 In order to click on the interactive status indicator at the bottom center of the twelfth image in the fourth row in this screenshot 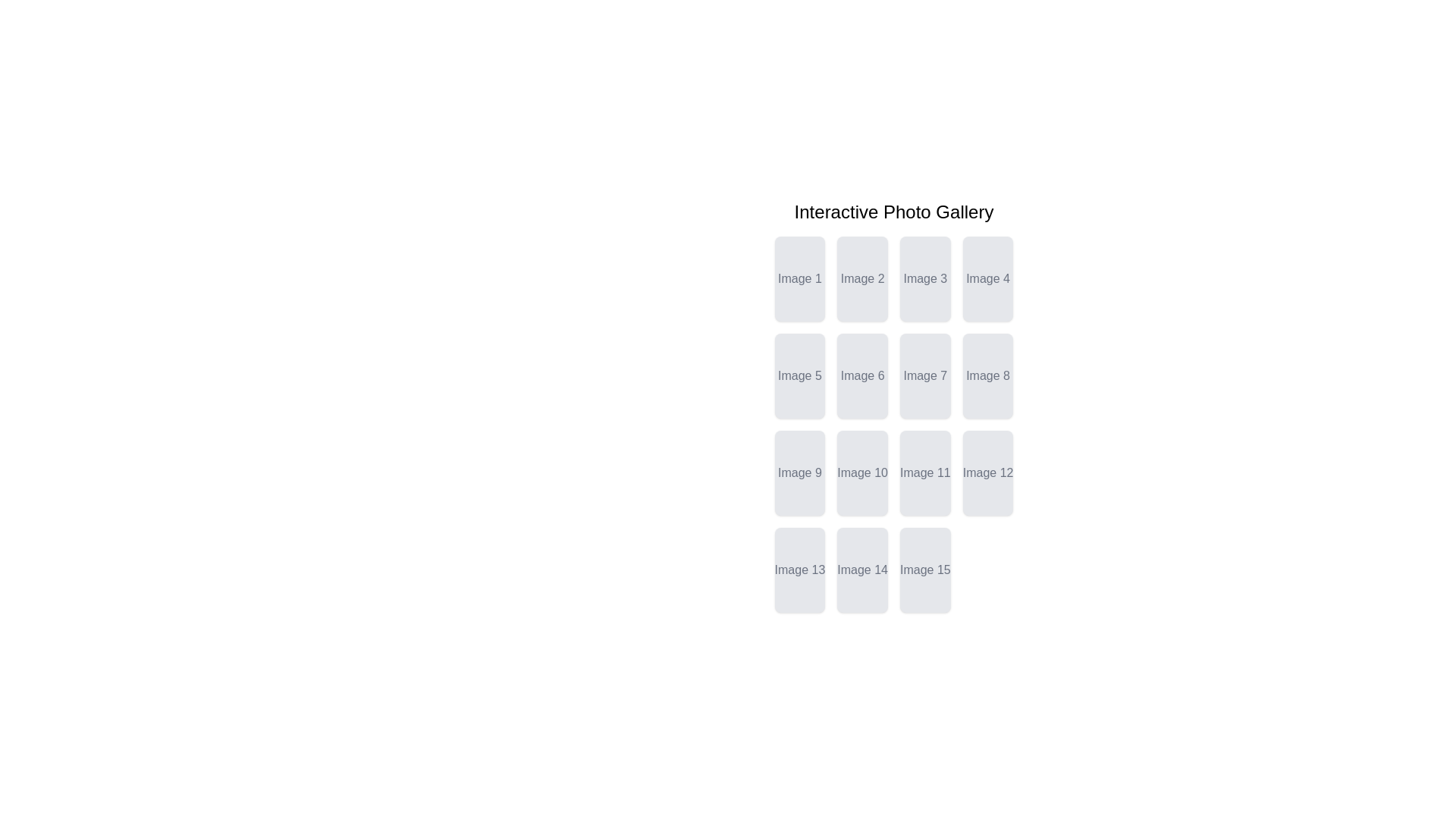, I will do `click(988, 485)`.